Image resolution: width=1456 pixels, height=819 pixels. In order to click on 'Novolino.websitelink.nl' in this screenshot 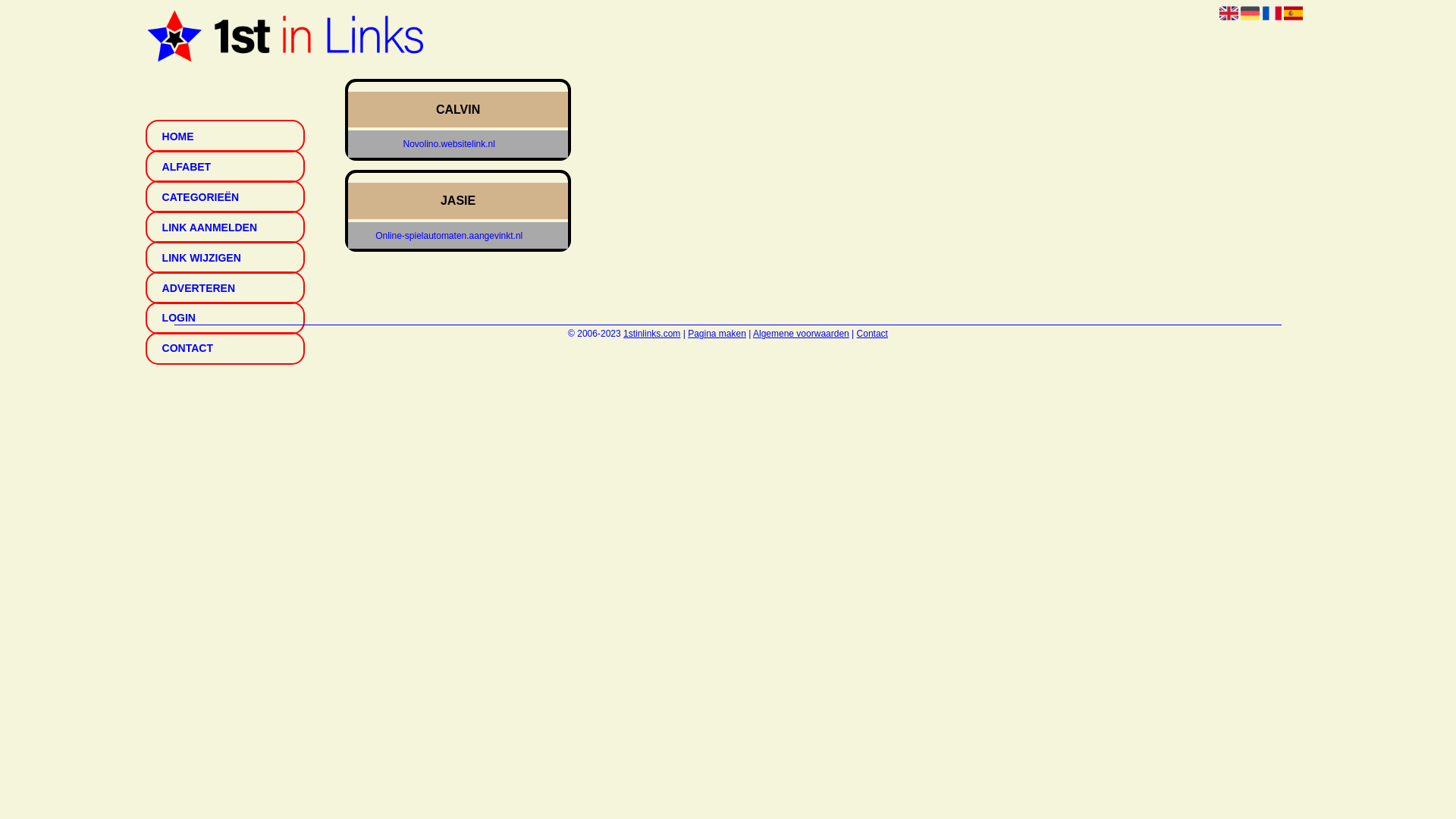, I will do `click(448, 144)`.